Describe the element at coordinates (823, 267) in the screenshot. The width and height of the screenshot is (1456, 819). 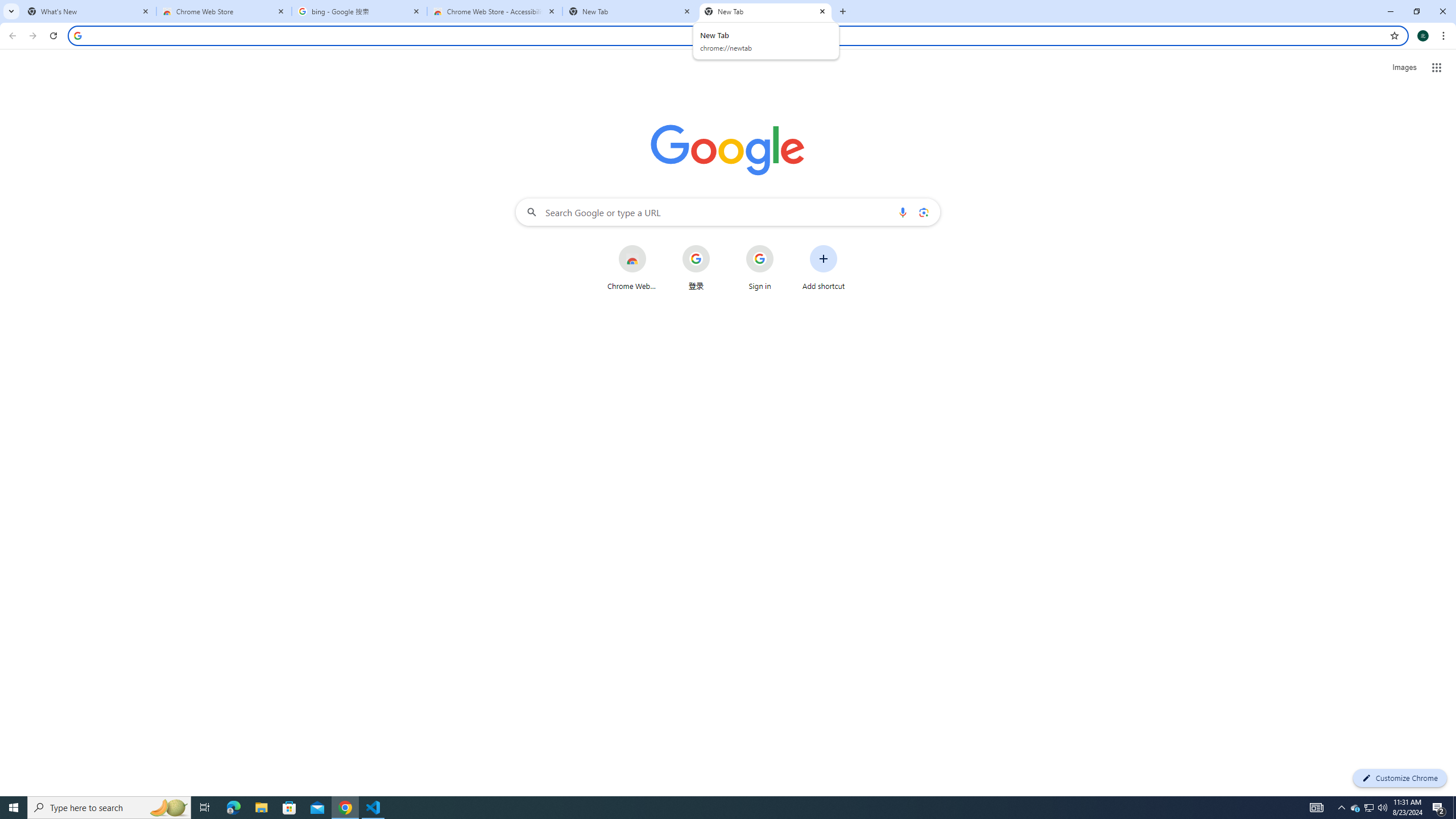
I see `'Add shortcut'` at that location.